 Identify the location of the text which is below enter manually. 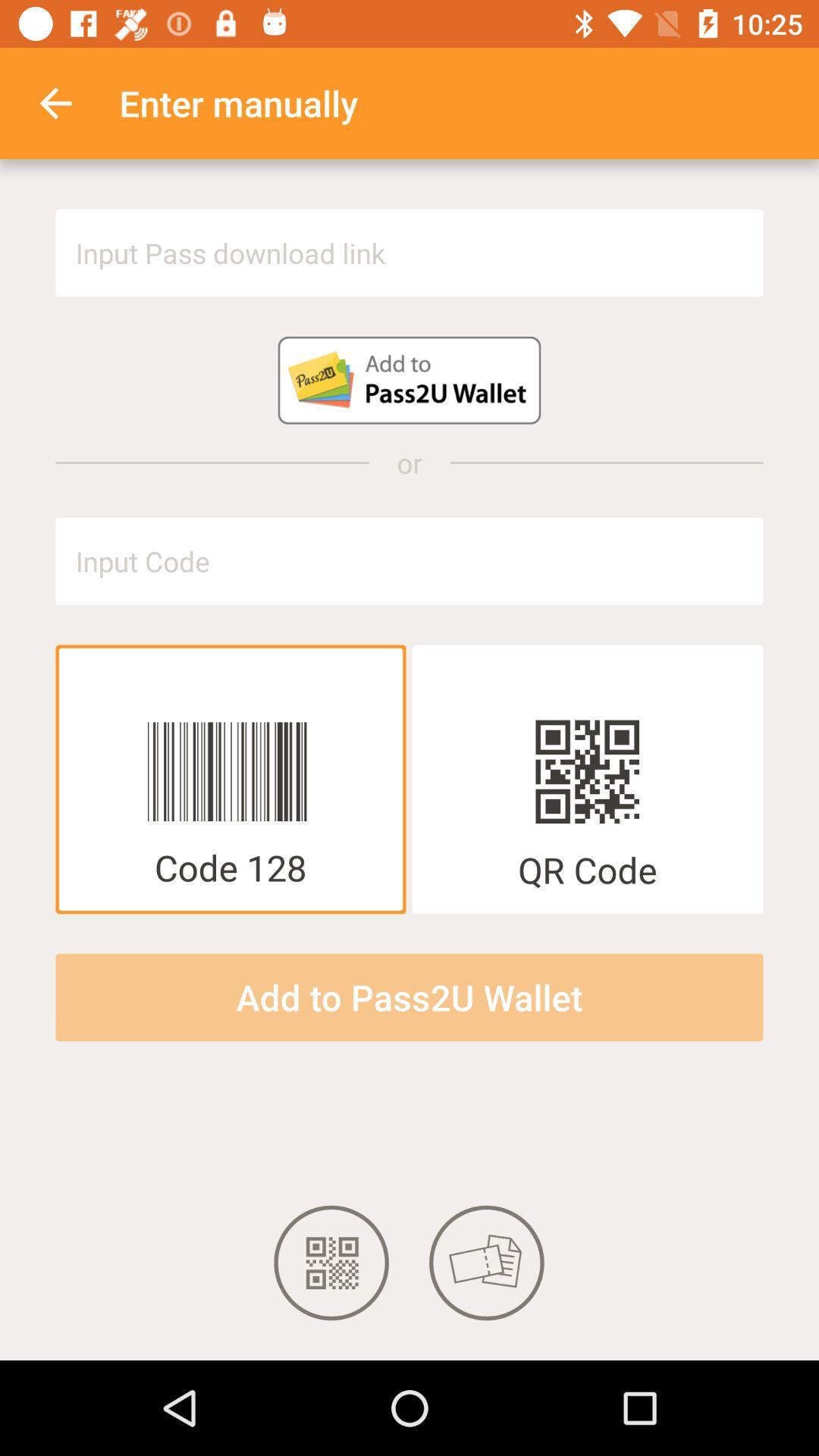
(409, 253).